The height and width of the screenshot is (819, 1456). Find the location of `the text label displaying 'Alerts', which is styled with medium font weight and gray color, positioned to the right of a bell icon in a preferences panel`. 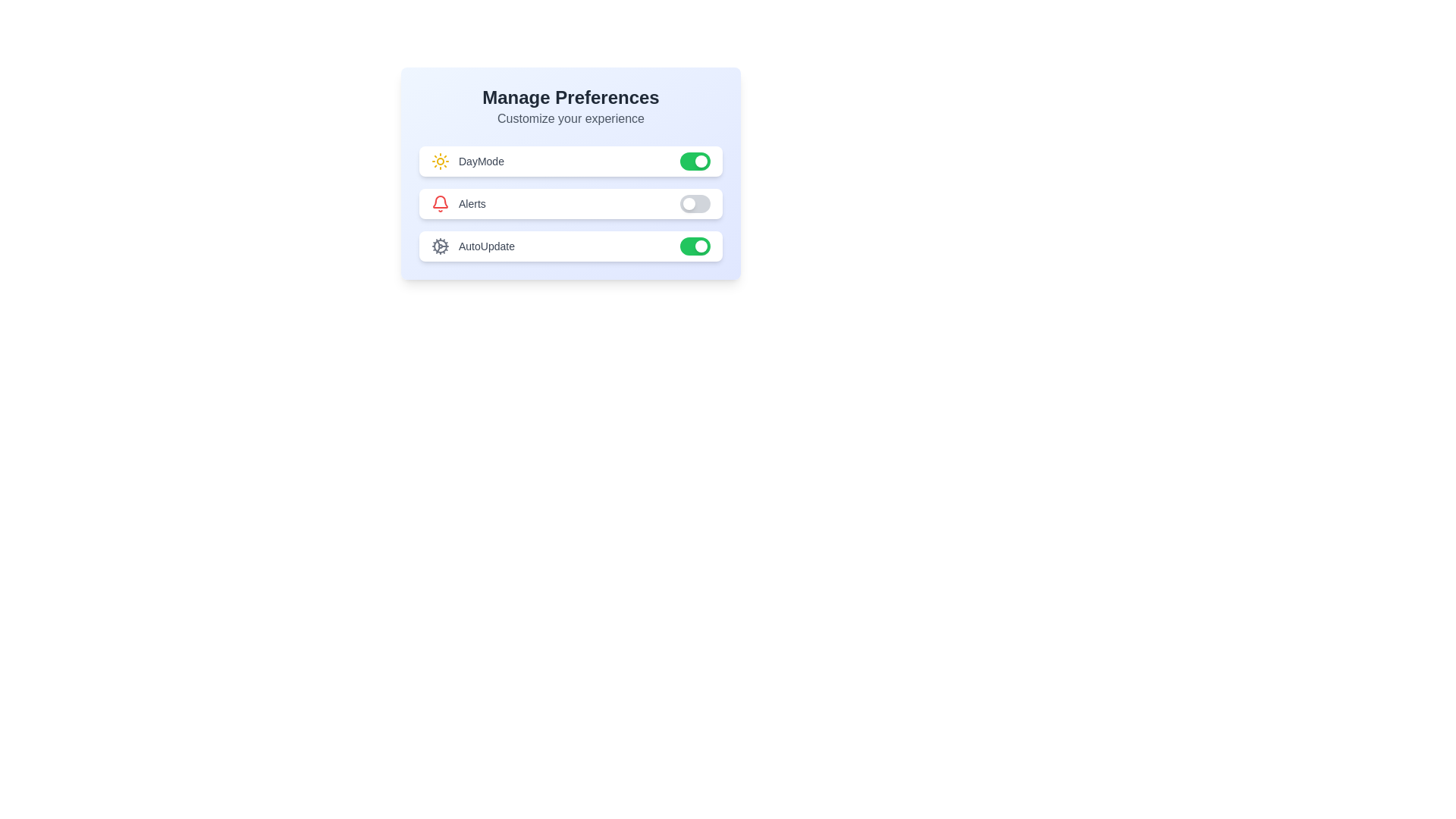

the text label displaying 'Alerts', which is styled with medium font weight and gray color, positioned to the right of a bell icon in a preferences panel is located at coordinates (471, 203).